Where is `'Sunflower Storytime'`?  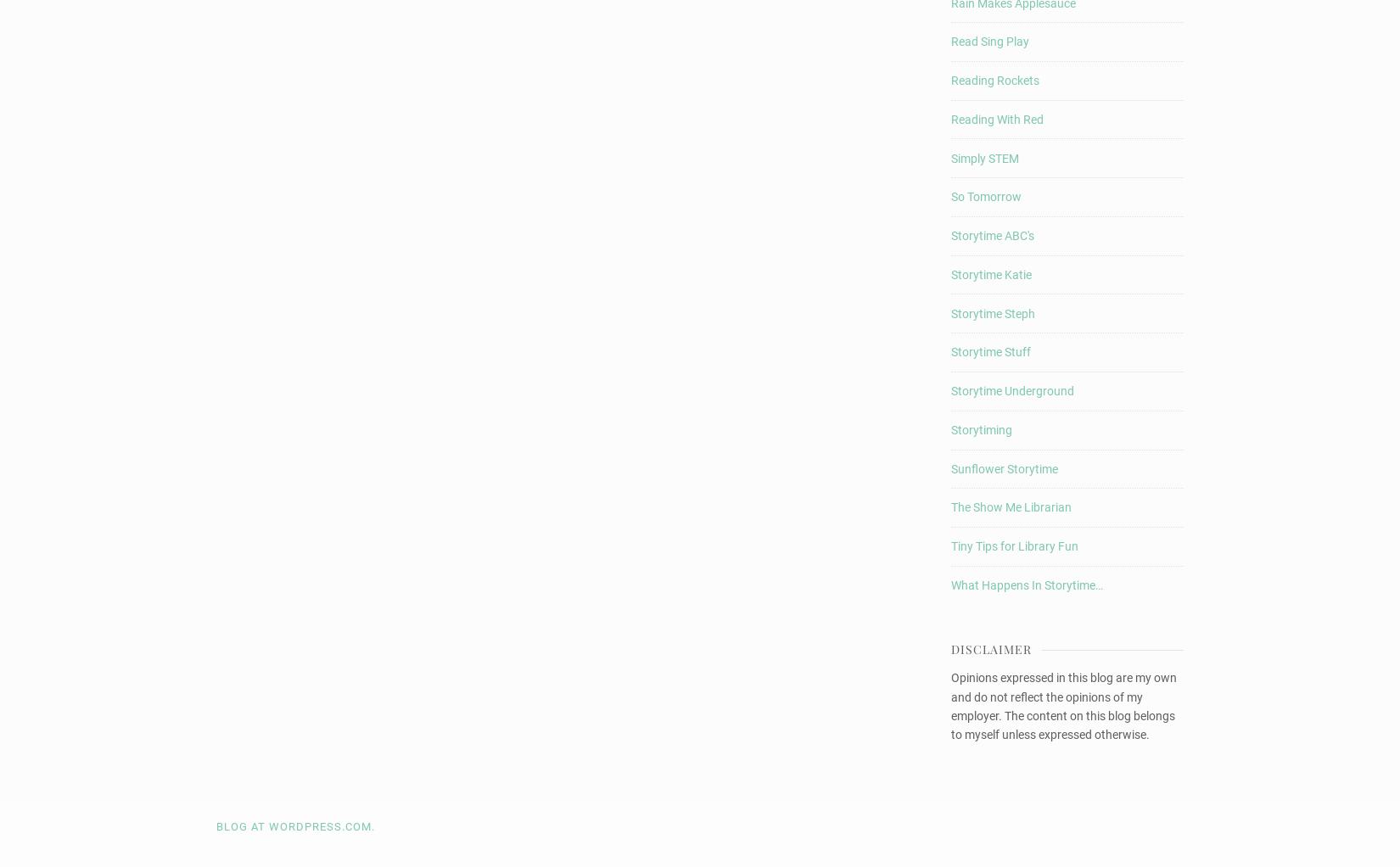 'Sunflower Storytime' is located at coordinates (1005, 467).